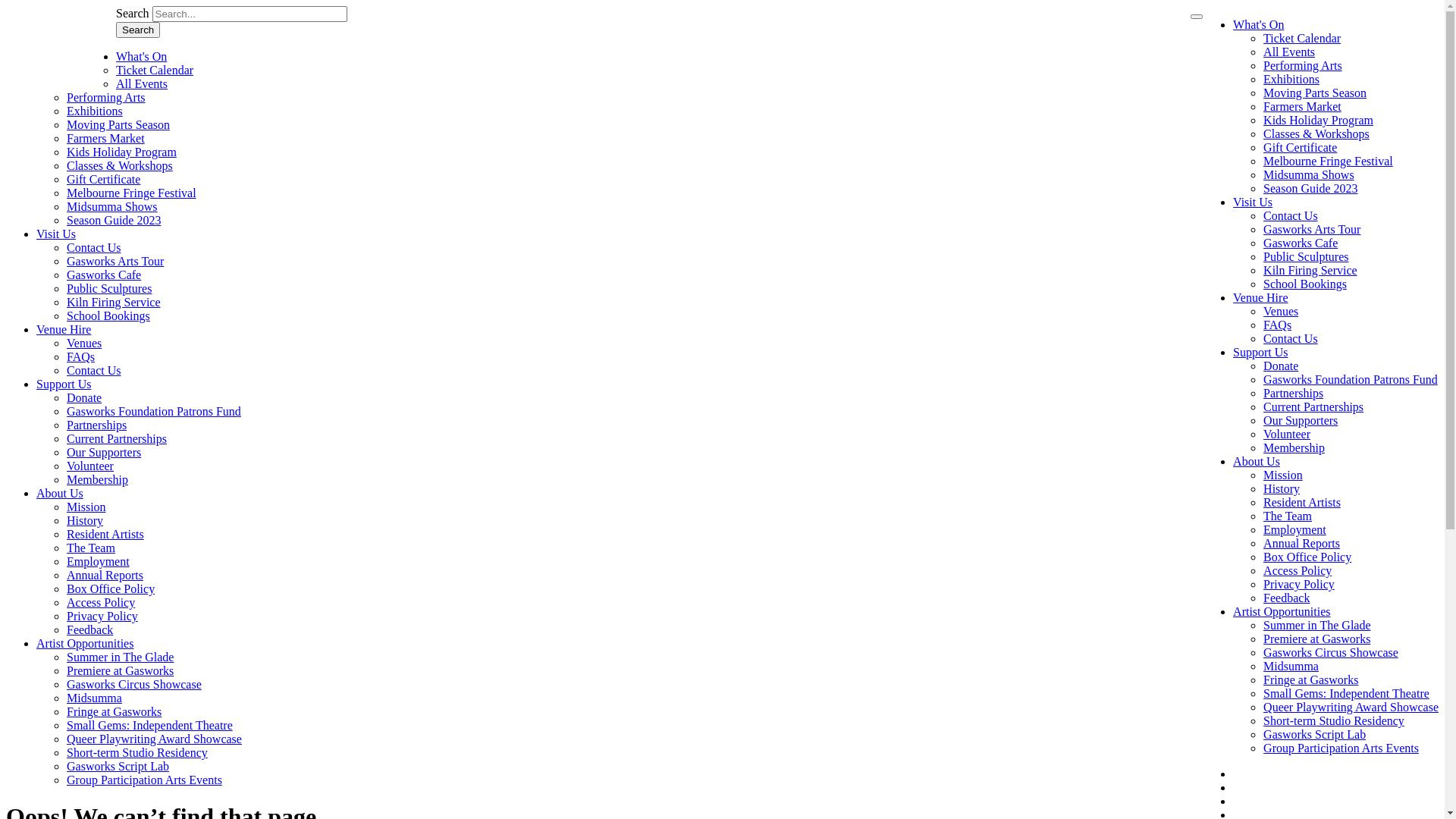 The width and height of the screenshot is (1456, 819). What do you see at coordinates (1316, 133) in the screenshot?
I see `'Classes & Workshops'` at bounding box center [1316, 133].